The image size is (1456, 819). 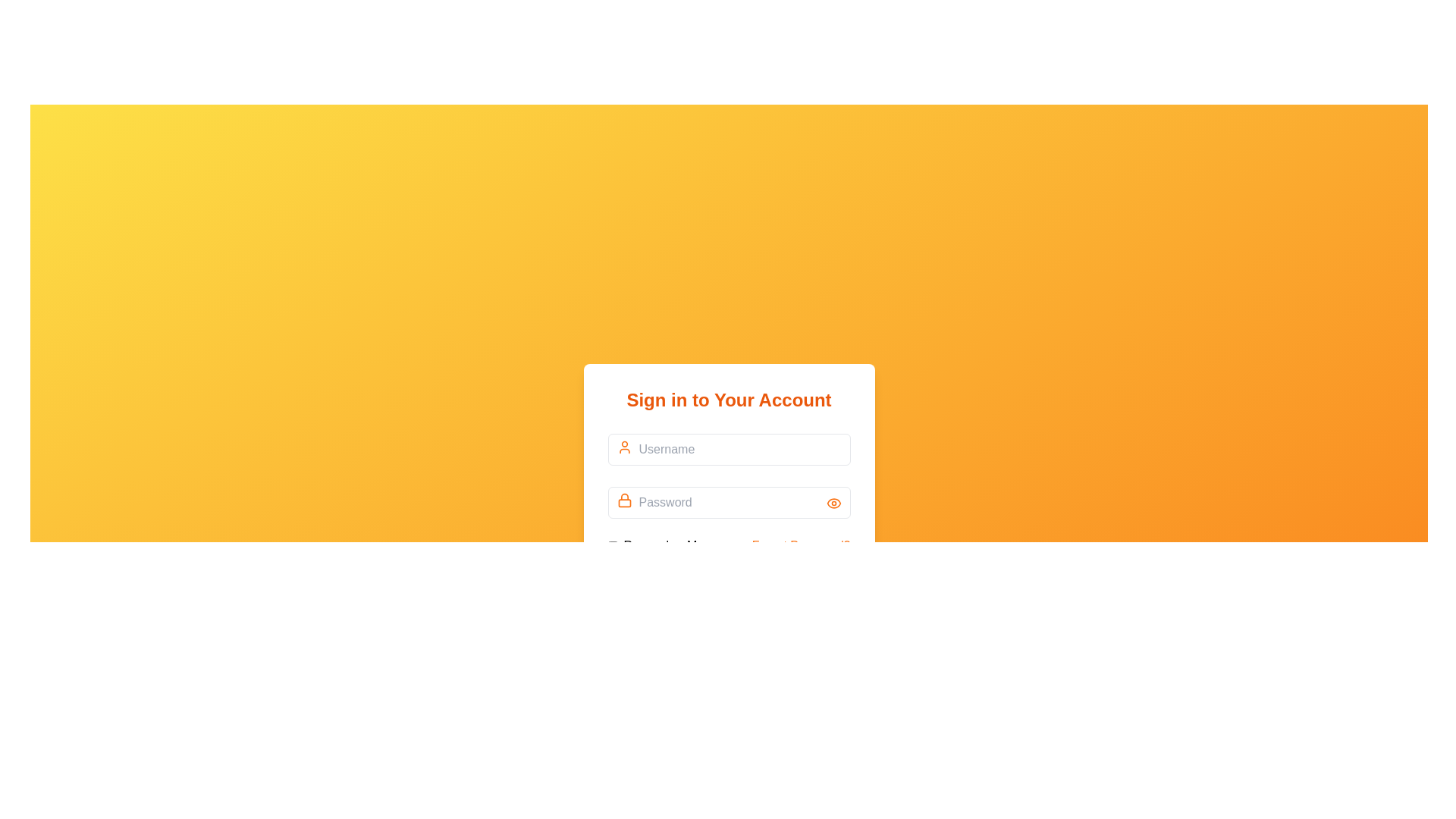 I want to click on the hyperlink for password recovery located to the right of the 'Remember Me' checkbox in the login panel, so click(x=800, y=546).